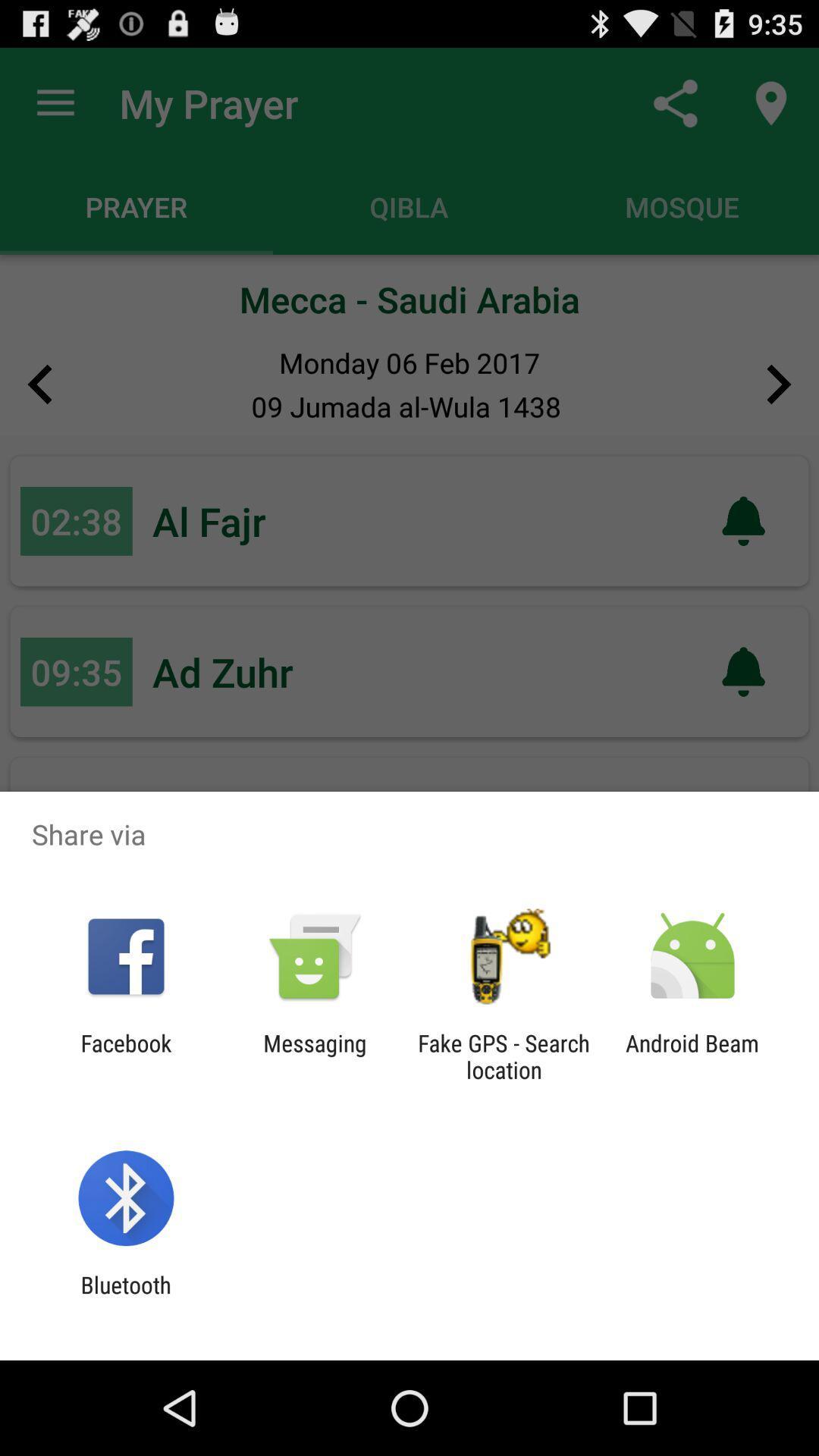 Image resolution: width=819 pixels, height=1456 pixels. What do you see at coordinates (504, 1056) in the screenshot?
I see `item to the left of android beam app` at bounding box center [504, 1056].